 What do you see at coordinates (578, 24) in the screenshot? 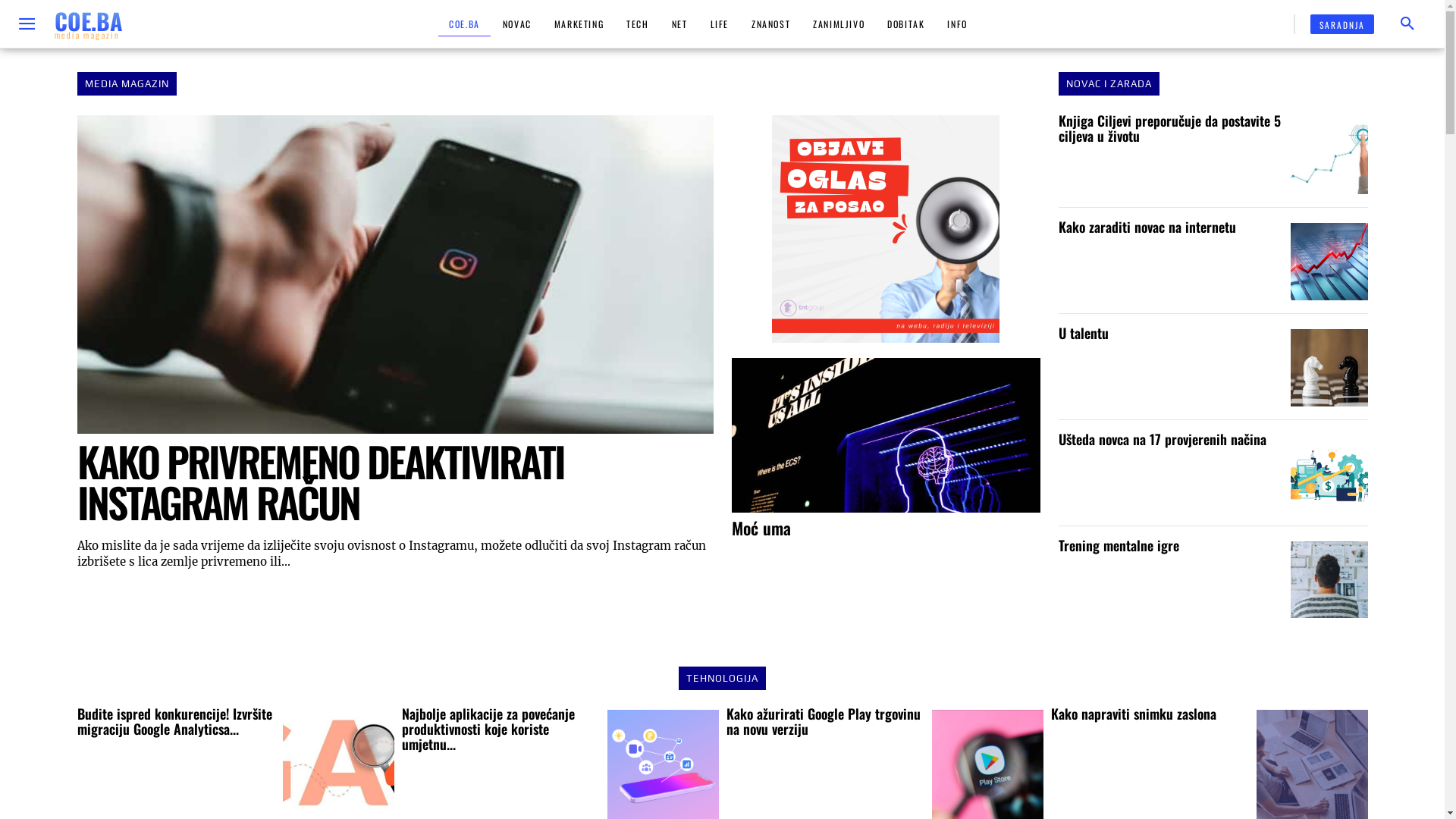
I see `'MARKETING'` at bounding box center [578, 24].